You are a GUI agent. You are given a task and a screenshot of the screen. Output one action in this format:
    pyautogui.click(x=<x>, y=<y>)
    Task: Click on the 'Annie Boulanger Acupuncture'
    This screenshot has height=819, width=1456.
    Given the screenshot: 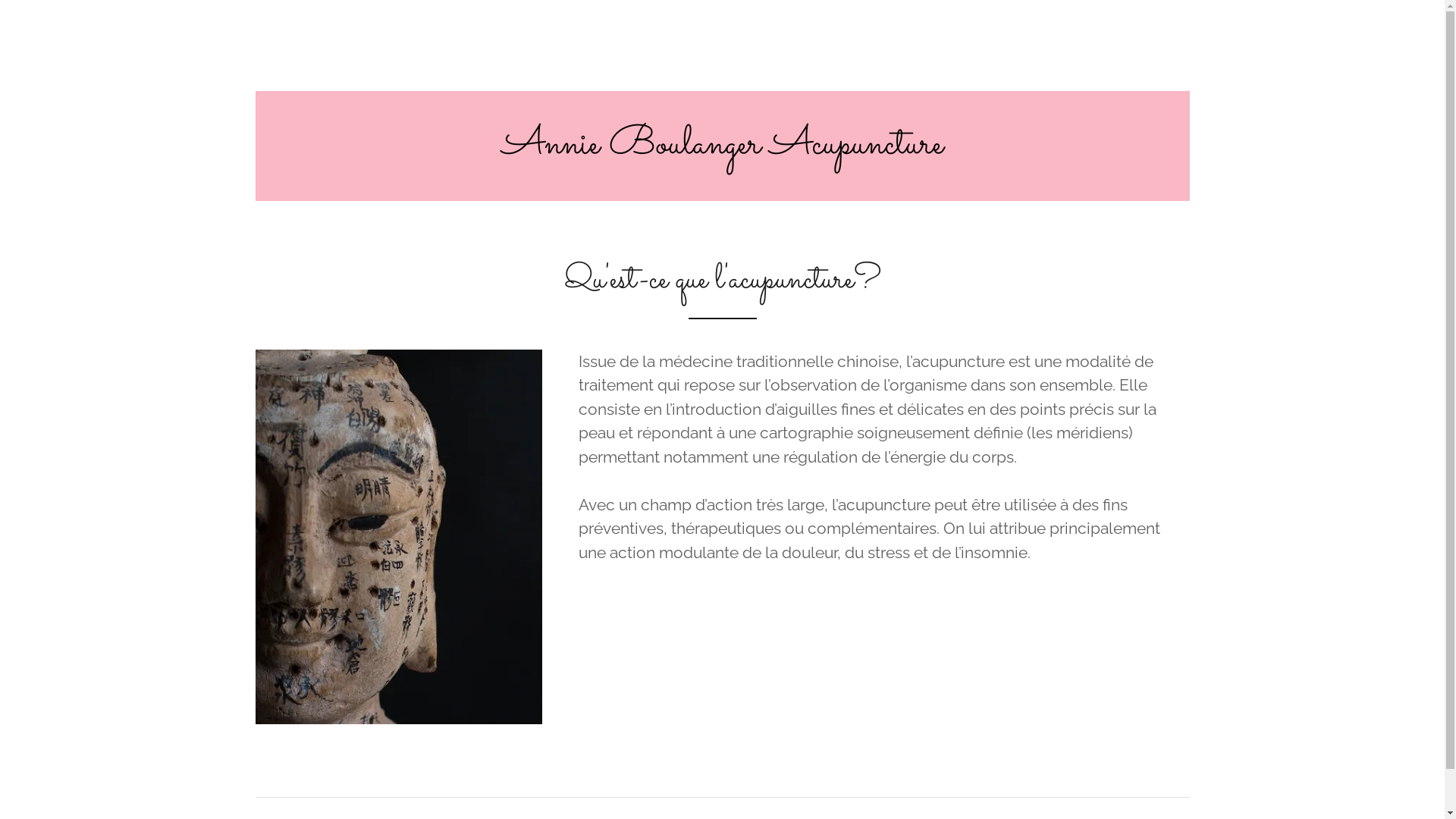 What is the action you would take?
    pyautogui.click(x=722, y=147)
    